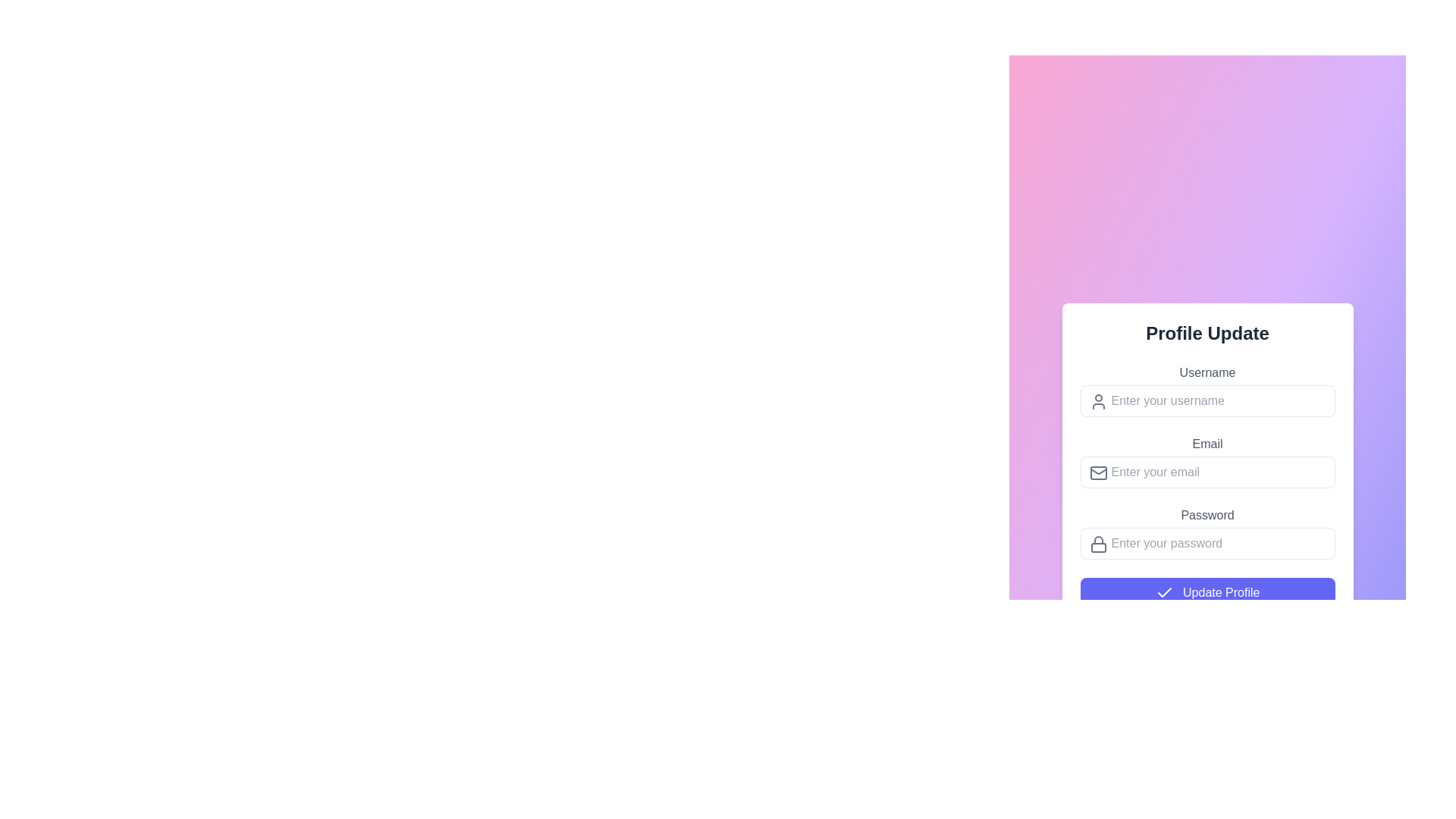  What do you see at coordinates (1098, 548) in the screenshot?
I see `the small rectangular icon component located within the lock icon next to the 'Password' input field, which is the third icon from the top` at bounding box center [1098, 548].